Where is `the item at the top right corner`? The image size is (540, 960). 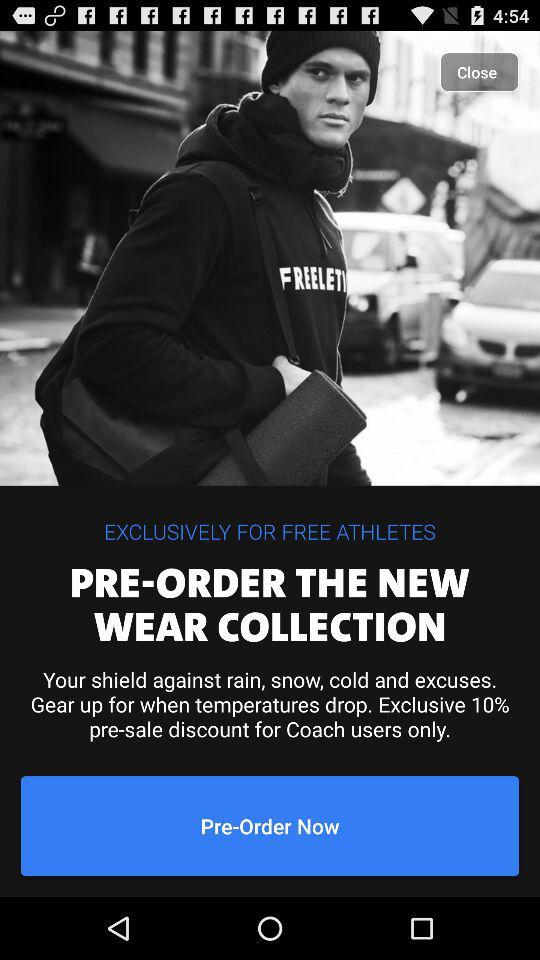
the item at the top right corner is located at coordinates (478, 72).